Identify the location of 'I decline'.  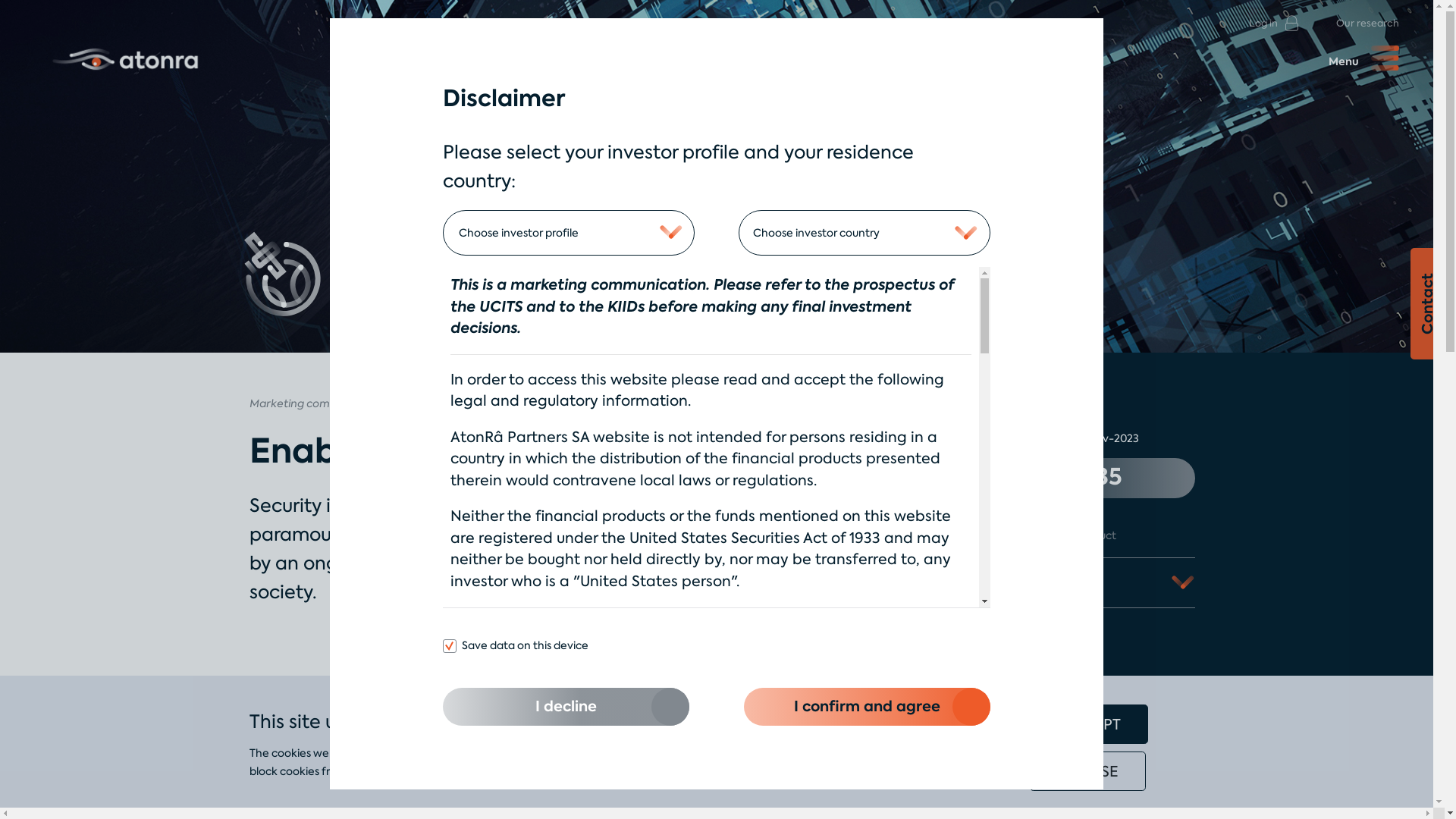
(565, 707).